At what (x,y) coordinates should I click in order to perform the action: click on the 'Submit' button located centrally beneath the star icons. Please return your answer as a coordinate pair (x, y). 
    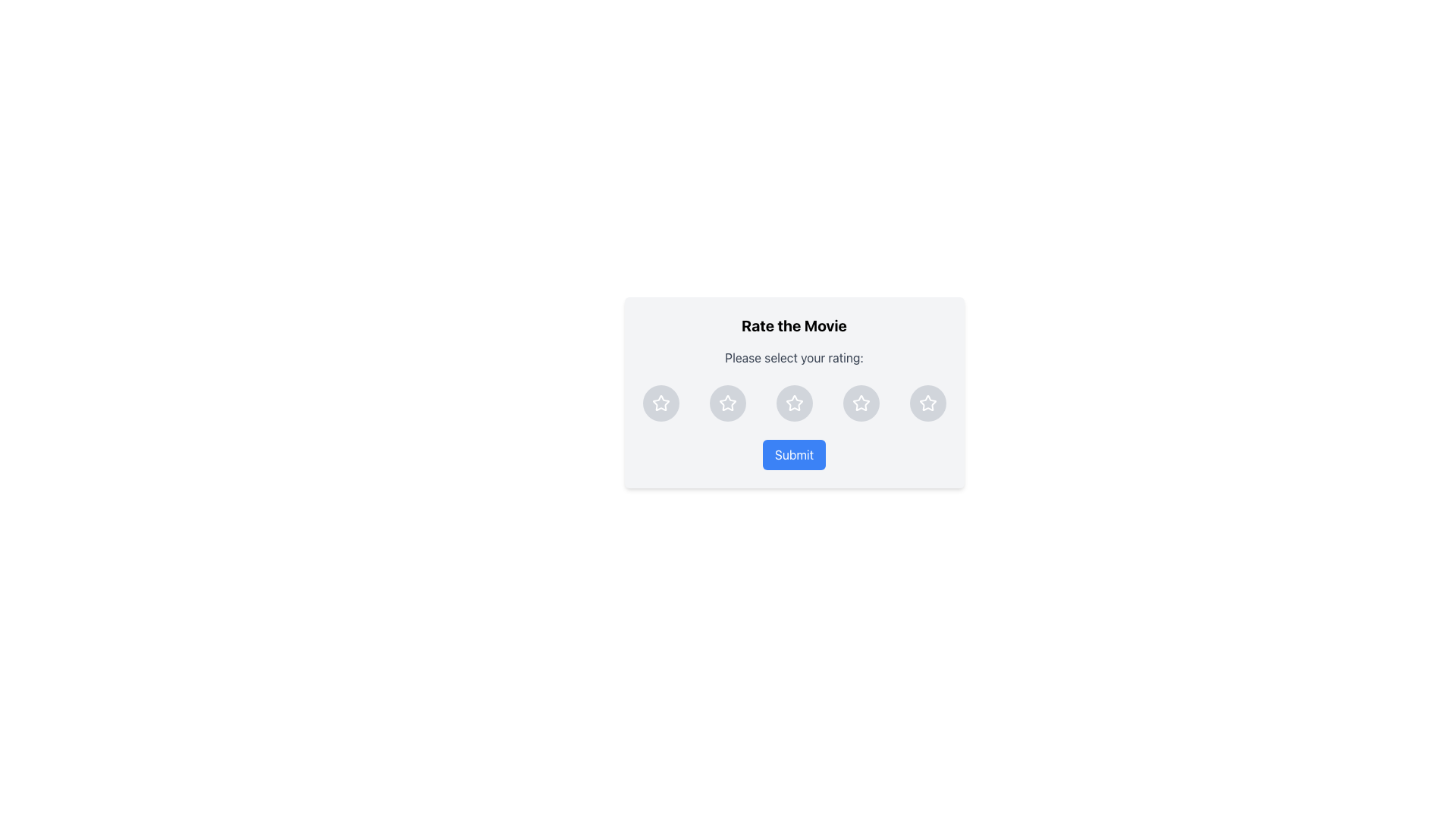
    Looking at the image, I should click on (793, 454).